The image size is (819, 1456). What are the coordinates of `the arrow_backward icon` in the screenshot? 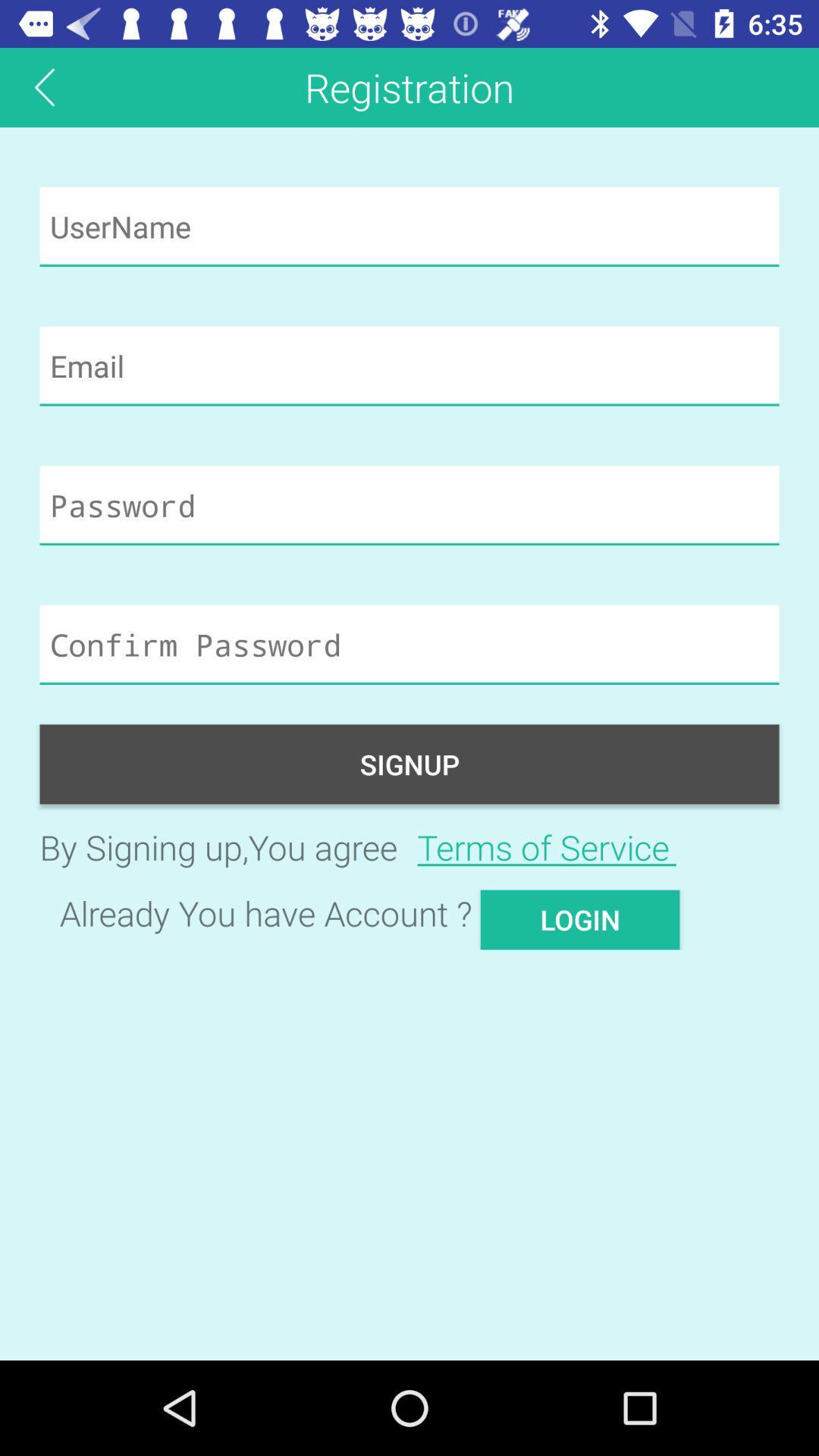 It's located at (44, 86).